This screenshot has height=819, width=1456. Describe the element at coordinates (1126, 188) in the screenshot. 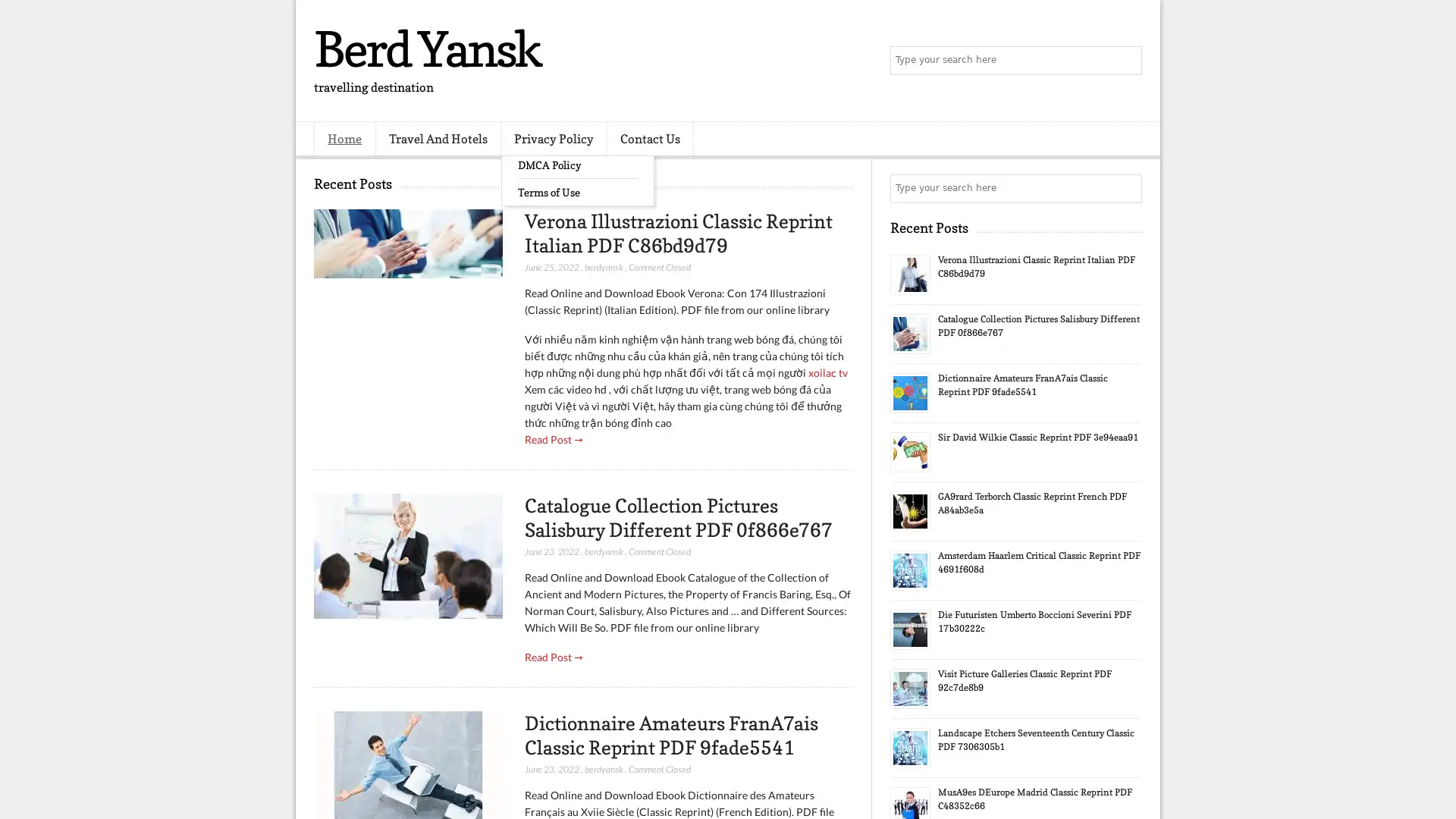

I see `Search` at that location.